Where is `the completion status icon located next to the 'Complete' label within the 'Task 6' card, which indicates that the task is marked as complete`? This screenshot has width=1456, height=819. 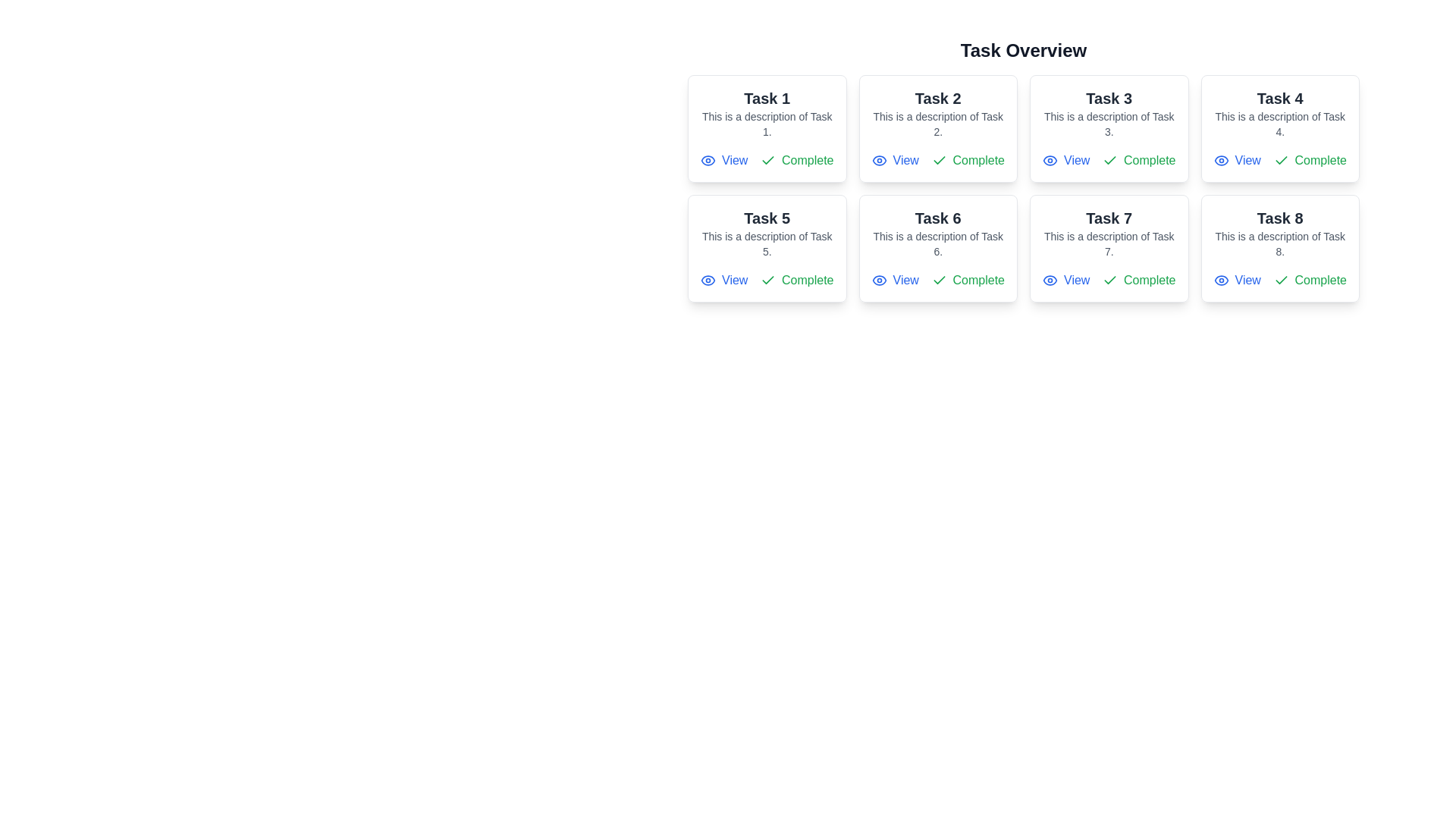 the completion status icon located next to the 'Complete' label within the 'Task 6' card, which indicates that the task is marked as complete is located at coordinates (938, 280).